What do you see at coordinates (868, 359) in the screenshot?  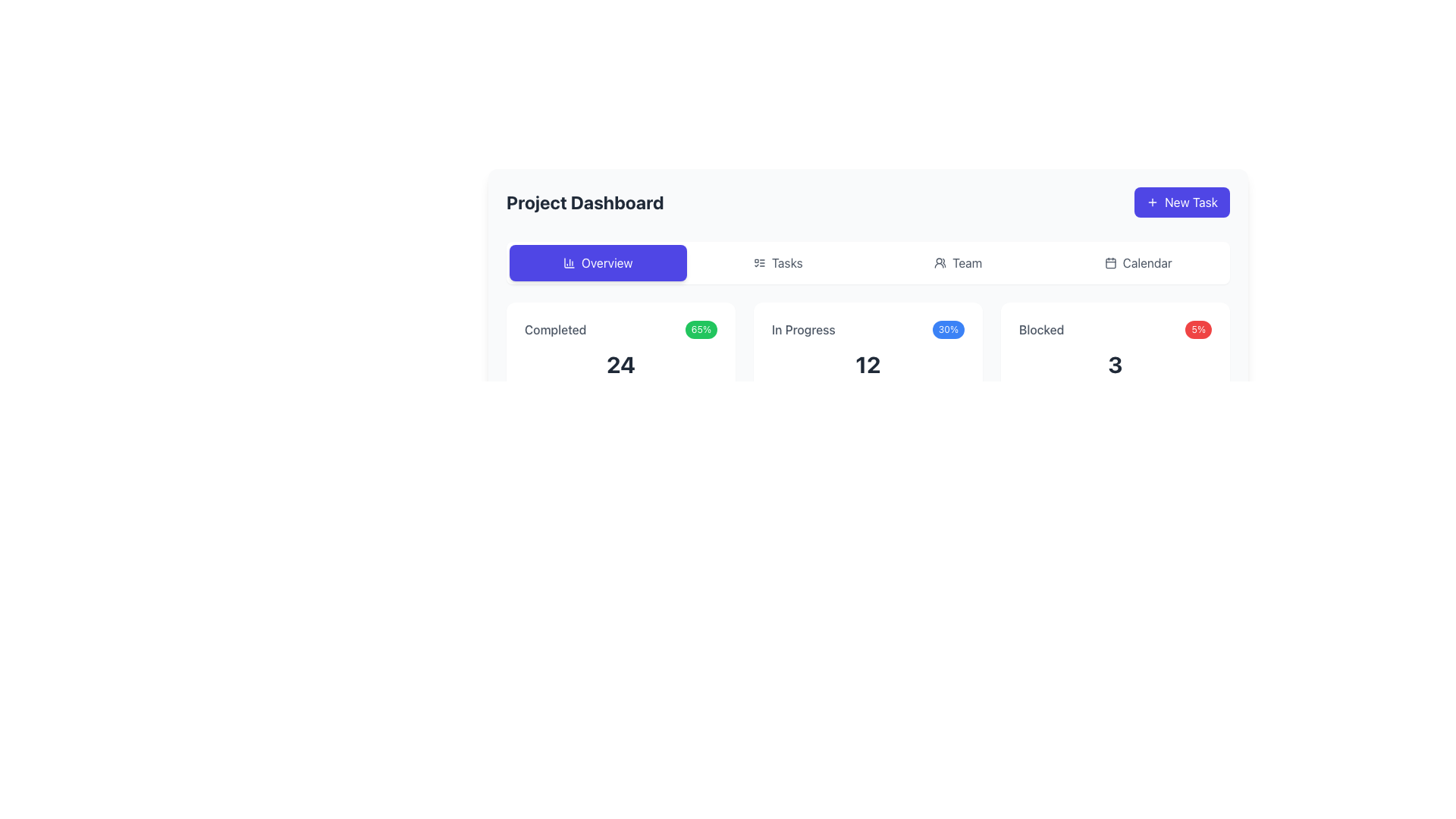 I see `displayed information from the card with a white background, rounded corners, and a shadow effect, which shows 'In Progress', '30%', and a bold '12'` at bounding box center [868, 359].